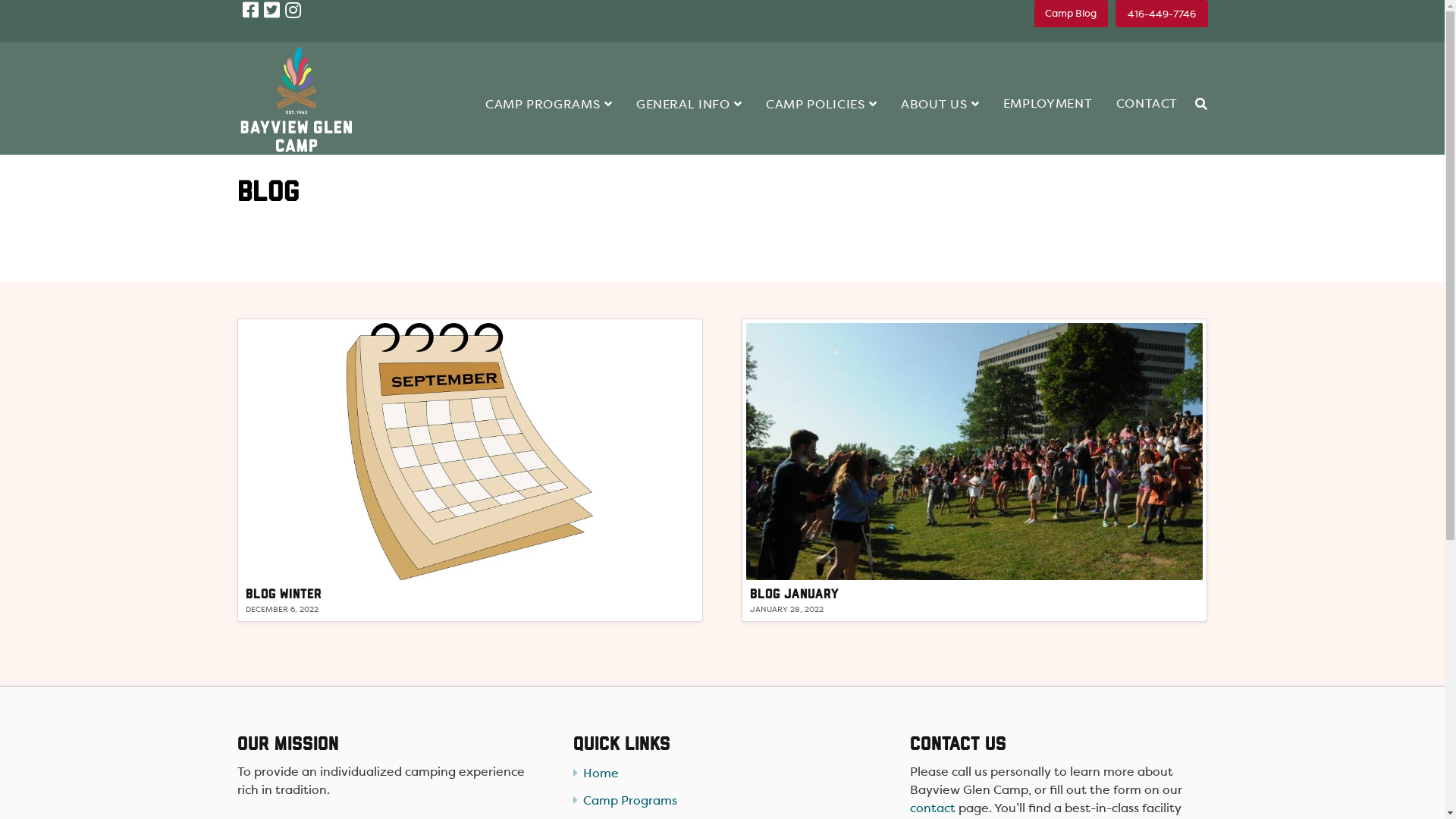 This screenshot has height=819, width=1456. Describe the element at coordinates (821, 76) in the screenshot. I see `'CAMP POLICIES'` at that location.